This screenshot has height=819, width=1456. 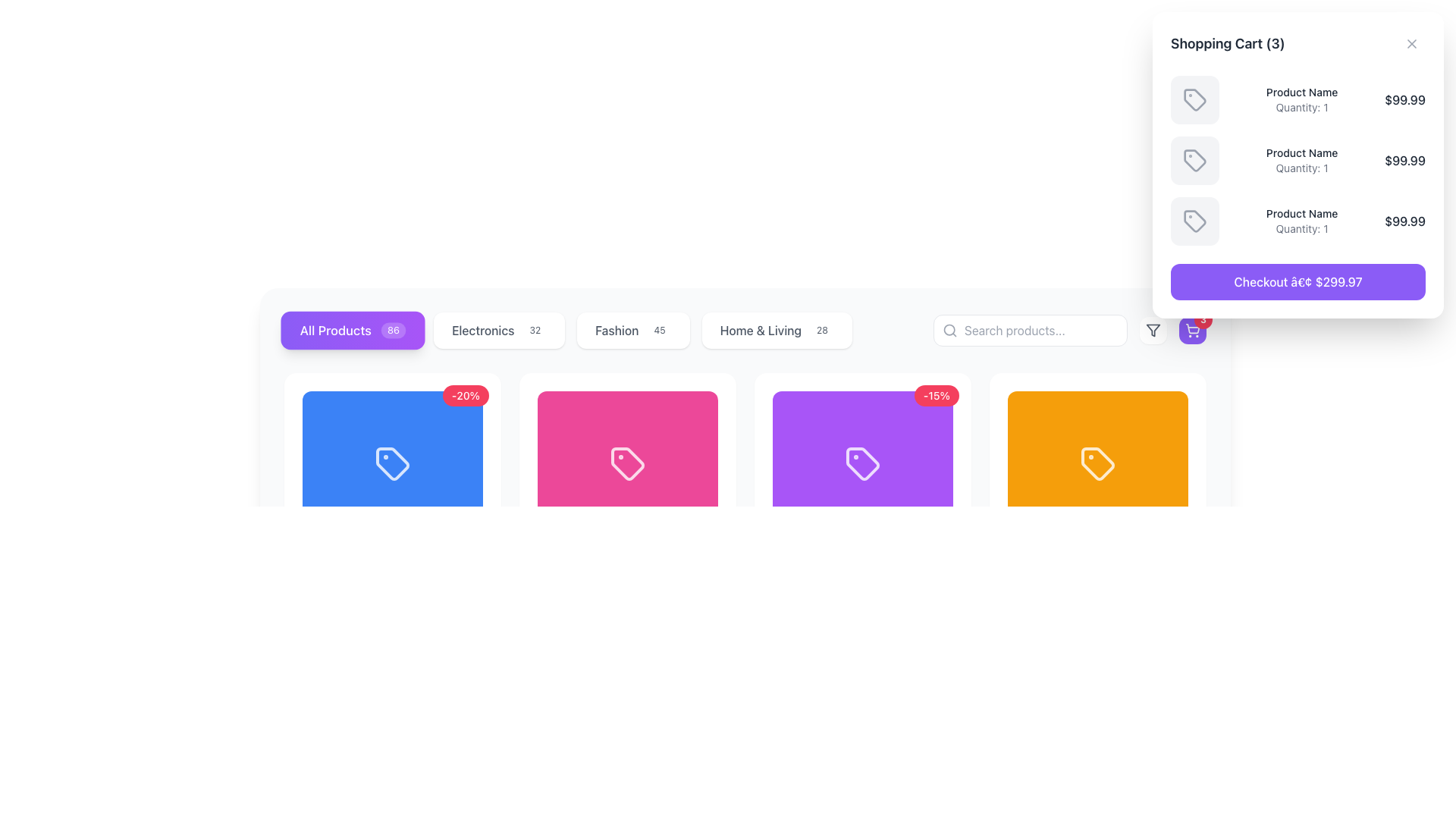 What do you see at coordinates (1193, 220) in the screenshot?
I see `the tag-shaped icon in the third row of the shopping cart interface` at bounding box center [1193, 220].